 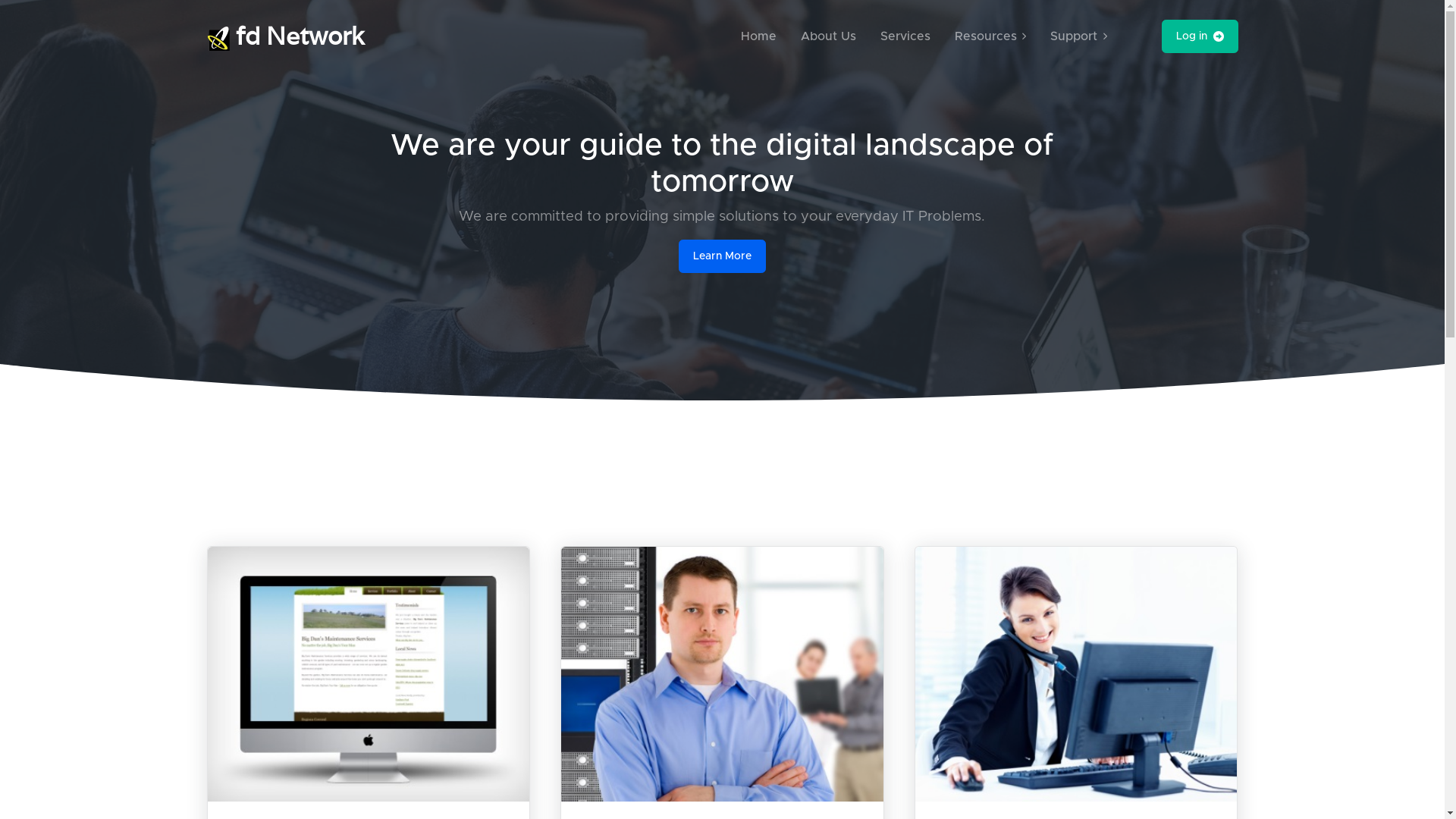 I want to click on 'Support', so click(x=1077, y=35).